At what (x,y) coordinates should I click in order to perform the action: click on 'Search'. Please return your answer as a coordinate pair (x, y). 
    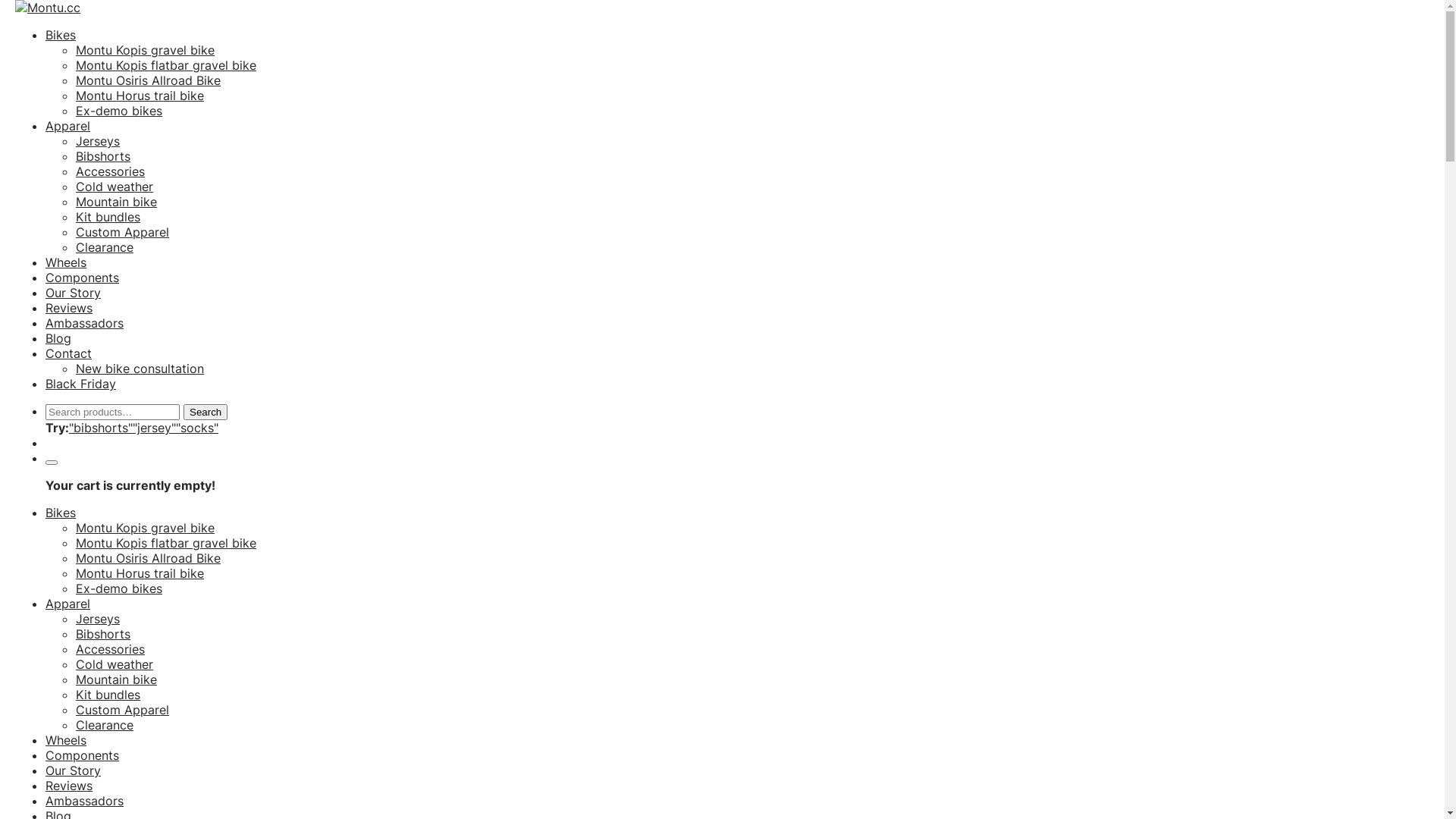
    Looking at the image, I should click on (204, 412).